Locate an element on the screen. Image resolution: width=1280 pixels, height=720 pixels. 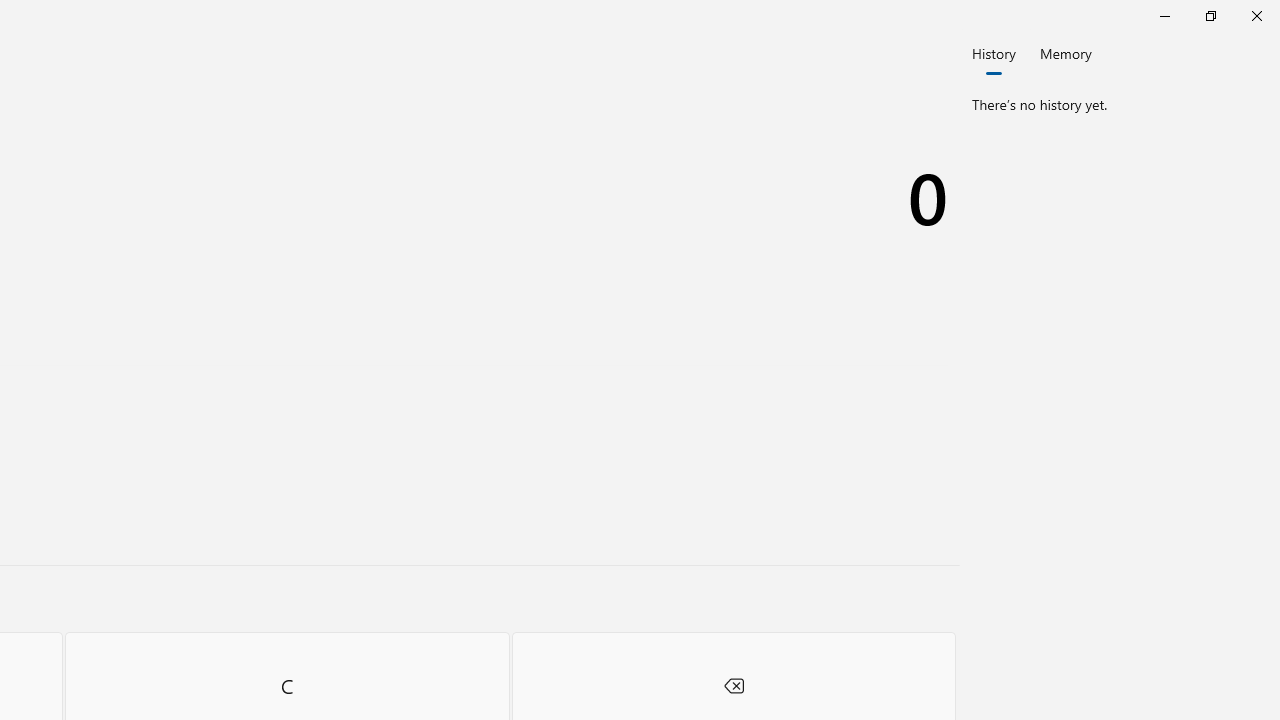
'Close Calculator' is located at coordinates (1255, 15).